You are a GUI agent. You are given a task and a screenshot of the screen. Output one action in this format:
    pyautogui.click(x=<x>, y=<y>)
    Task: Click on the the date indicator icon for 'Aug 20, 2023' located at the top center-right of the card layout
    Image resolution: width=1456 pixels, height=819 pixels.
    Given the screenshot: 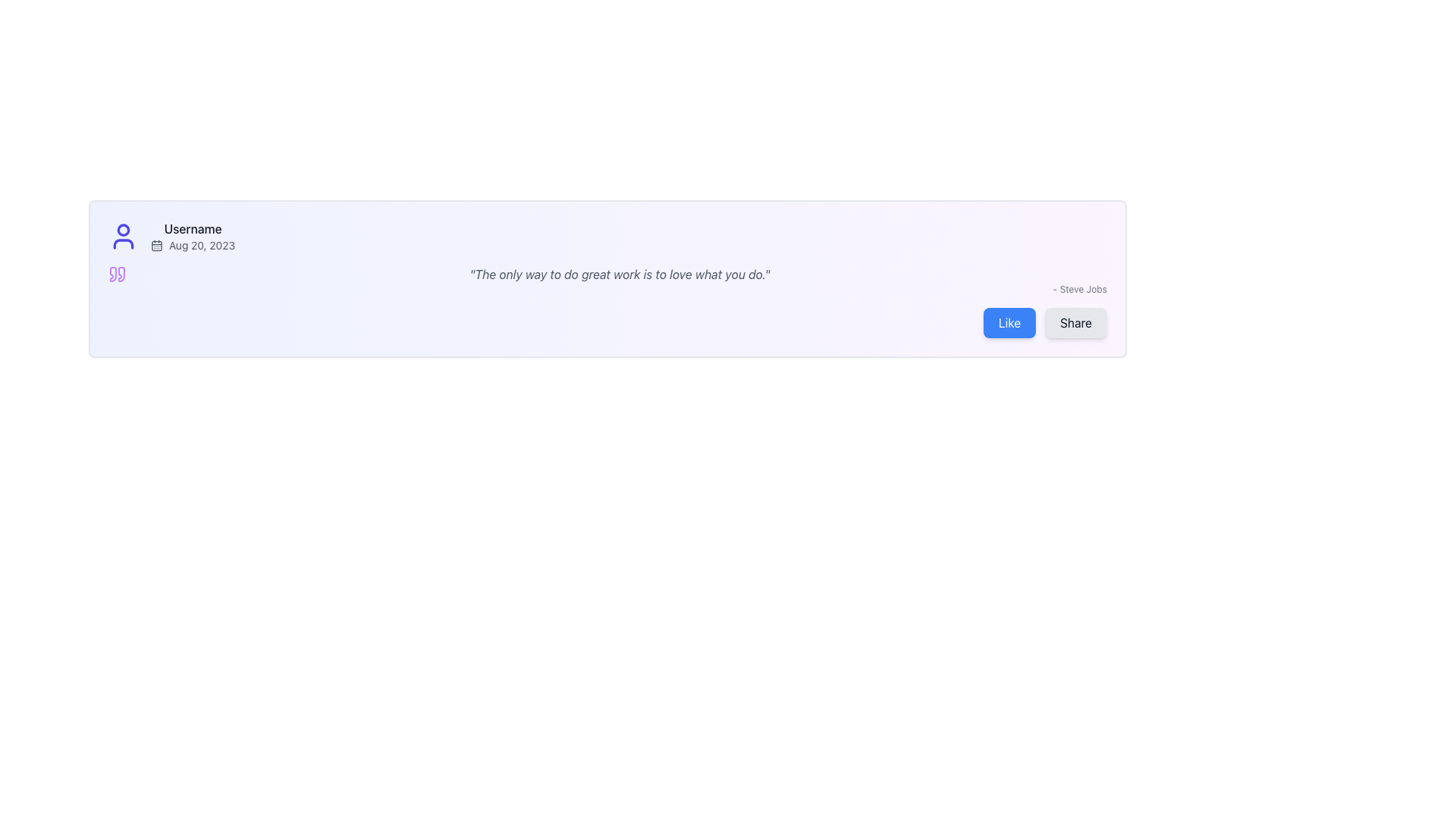 What is the action you would take?
    pyautogui.click(x=156, y=245)
    